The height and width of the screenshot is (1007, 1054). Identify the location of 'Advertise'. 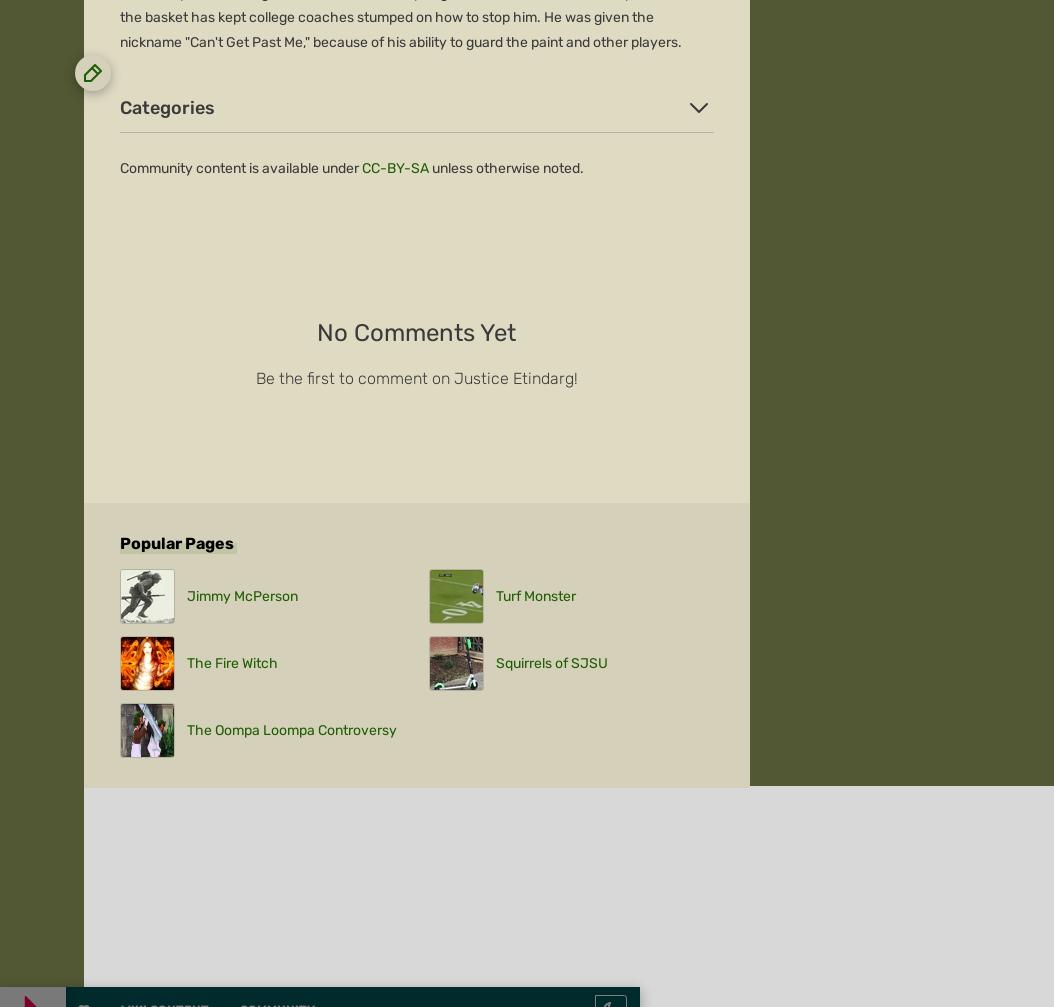
(118, 576).